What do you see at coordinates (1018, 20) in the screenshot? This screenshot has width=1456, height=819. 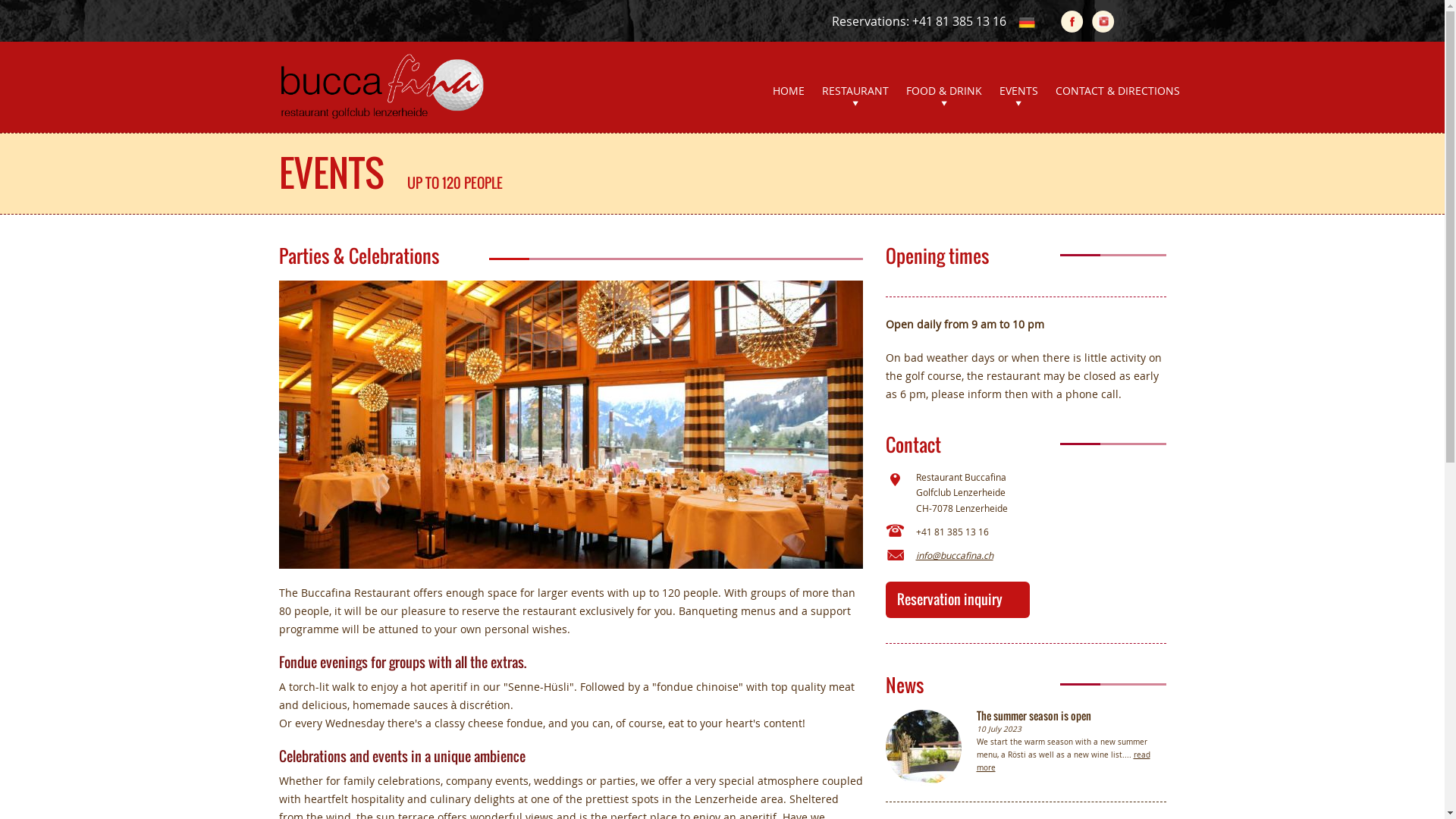 I see `'Deutsch'` at bounding box center [1018, 20].